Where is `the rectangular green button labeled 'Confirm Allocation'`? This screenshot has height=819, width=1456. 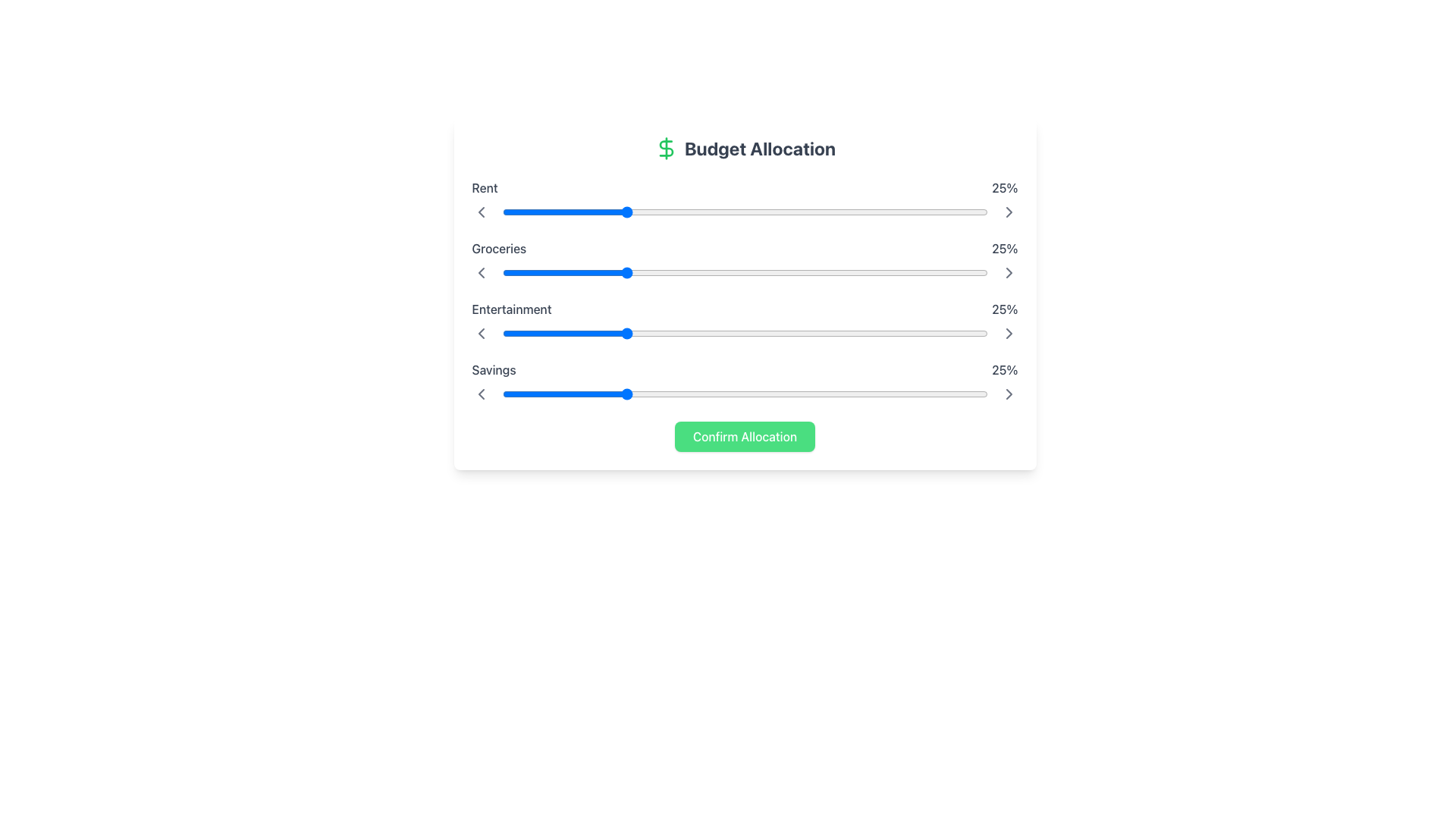 the rectangular green button labeled 'Confirm Allocation' is located at coordinates (745, 436).